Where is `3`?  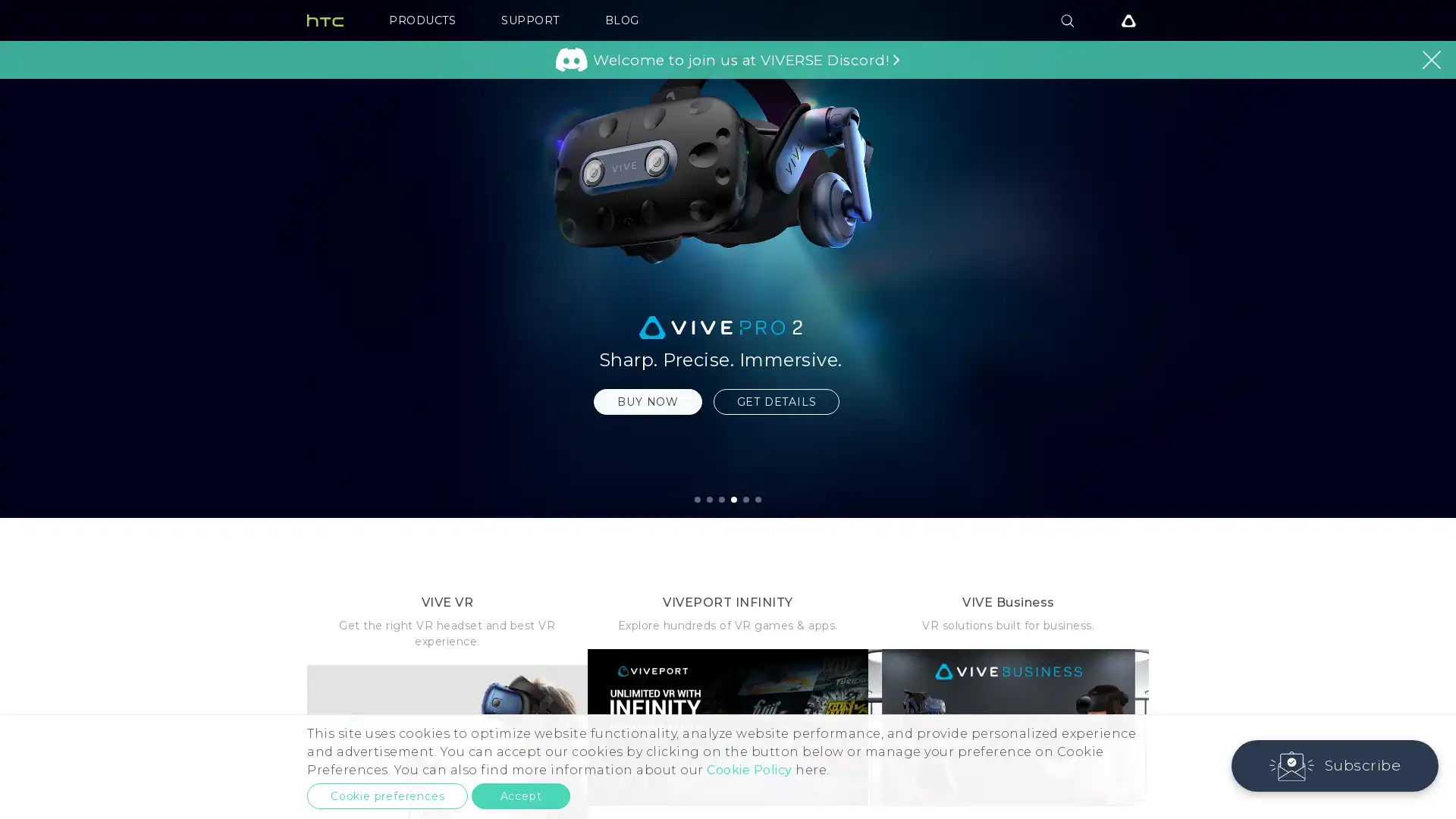
3 is located at coordinates (720, 500).